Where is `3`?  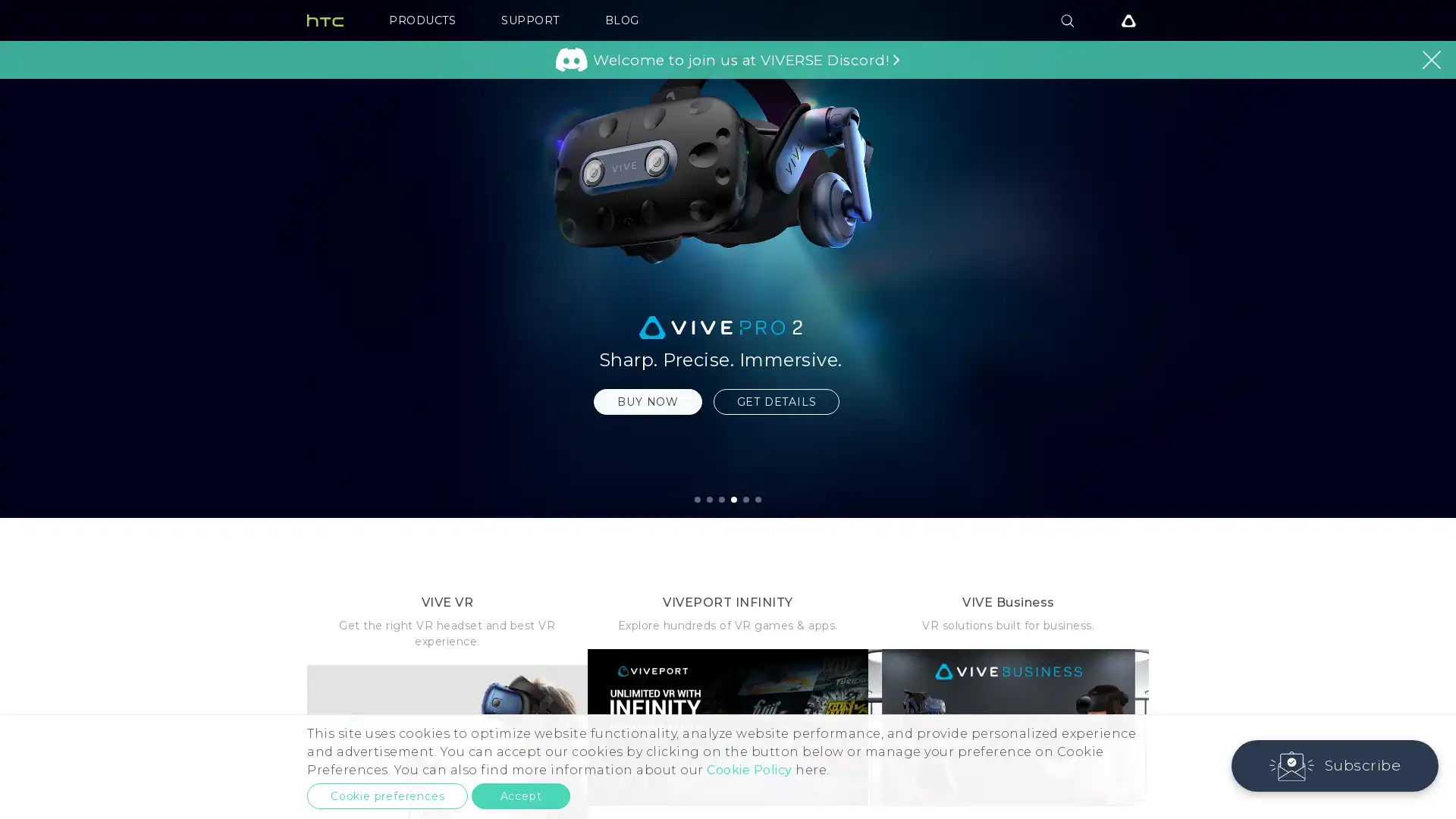
3 is located at coordinates (720, 500).